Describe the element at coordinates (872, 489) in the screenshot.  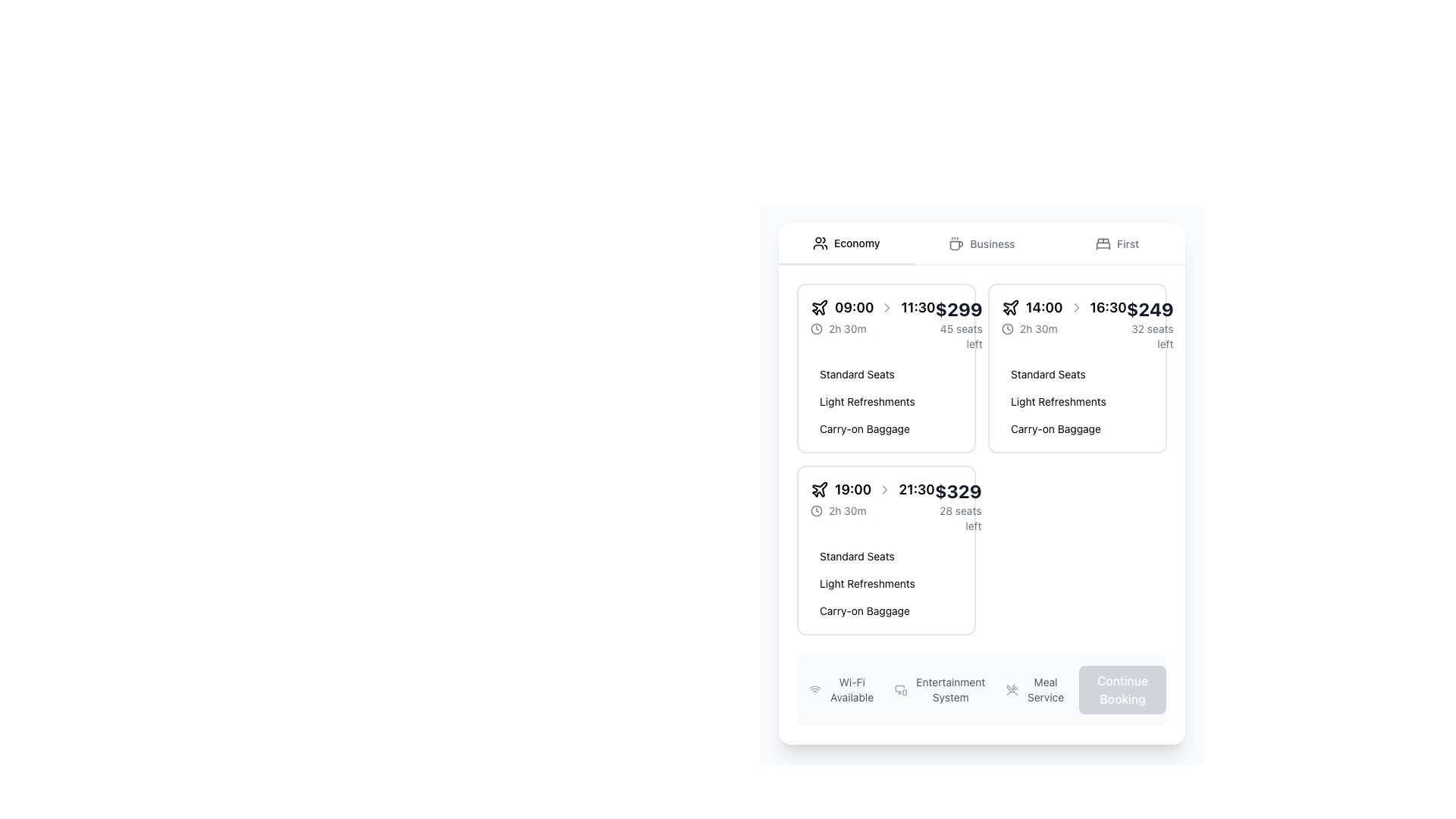
I see `the Text Label with Icon displaying departure (19:00) and arrival (21:30) times for a flight, located at the top-center of the flight information card` at that location.